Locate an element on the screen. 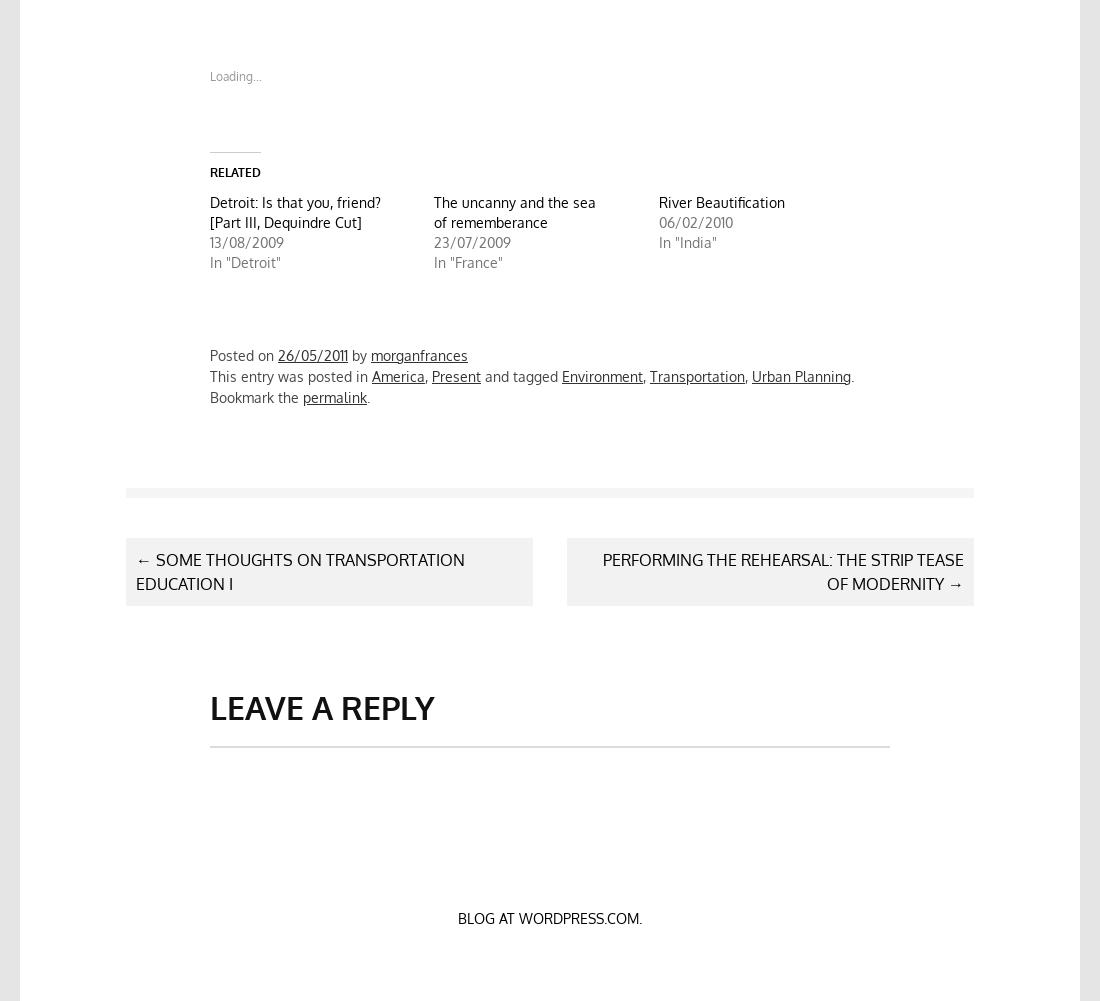 This screenshot has width=1100, height=1001. 'and tagged' is located at coordinates (521, 375).